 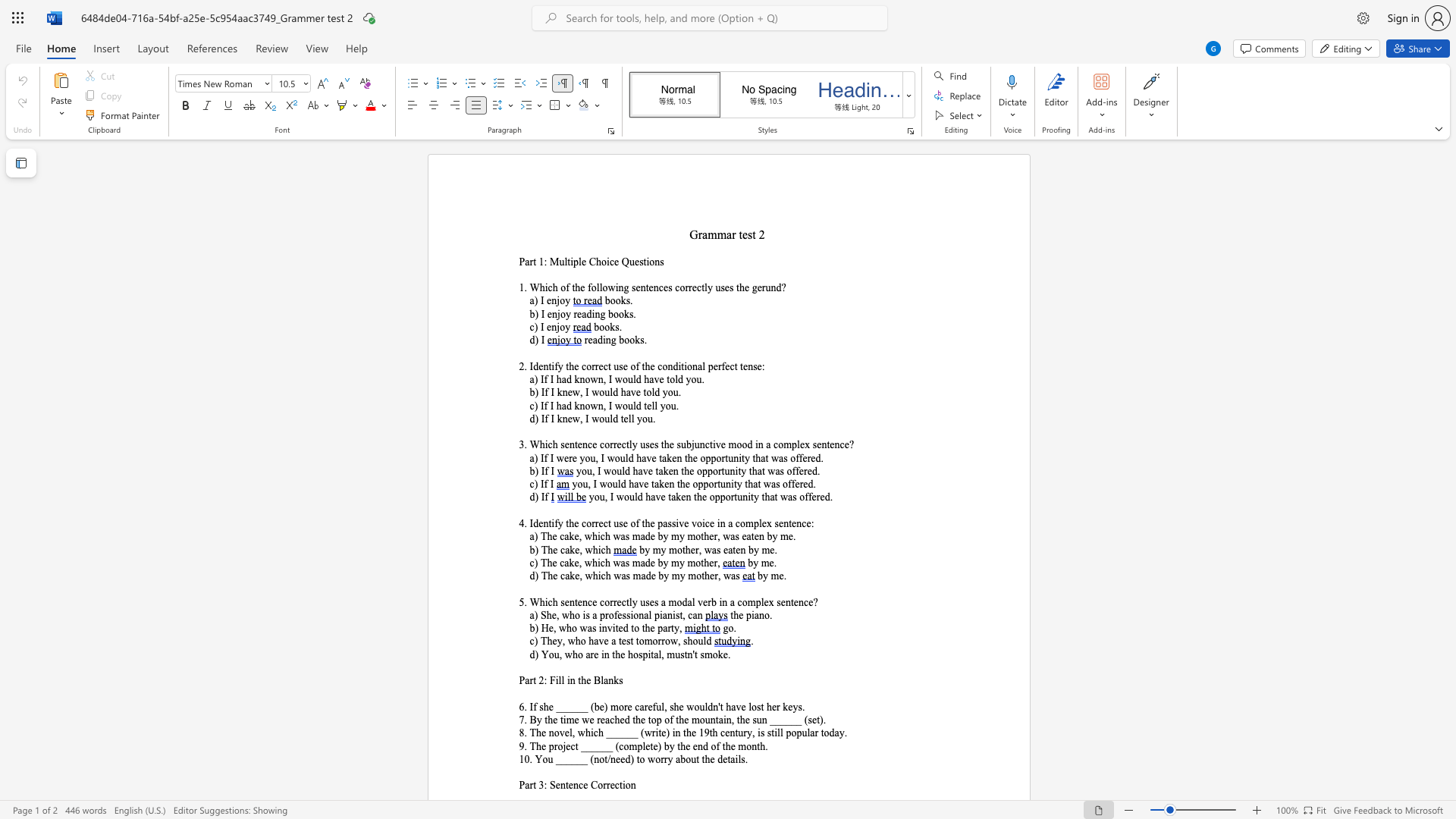 What do you see at coordinates (801, 707) in the screenshot?
I see `the space between the continuous character "s" and "." in the text` at bounding box center [801, 707].